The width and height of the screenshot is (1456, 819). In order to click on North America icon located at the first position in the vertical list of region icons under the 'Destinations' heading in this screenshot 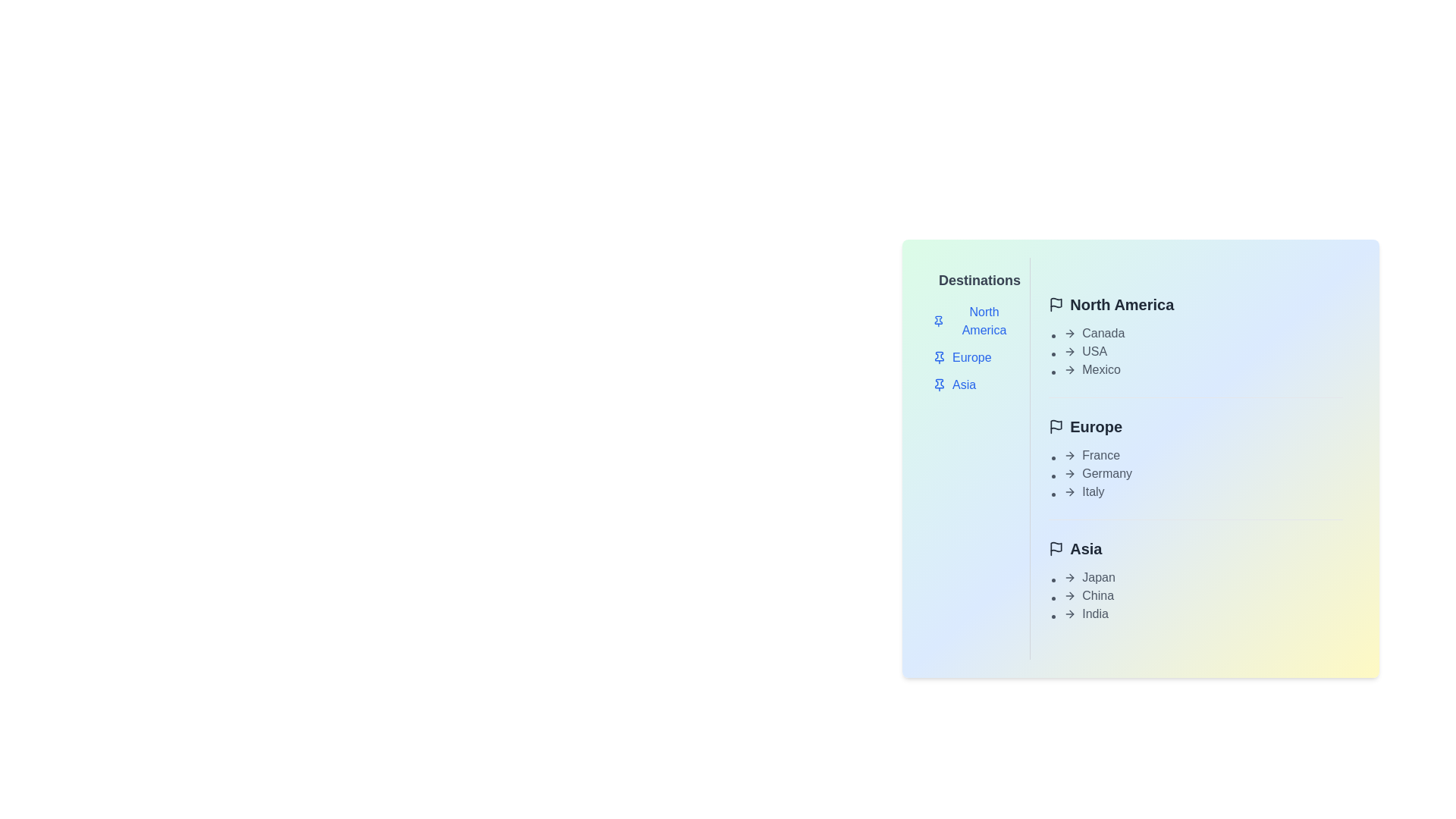, I will do `click(937, 319)`.